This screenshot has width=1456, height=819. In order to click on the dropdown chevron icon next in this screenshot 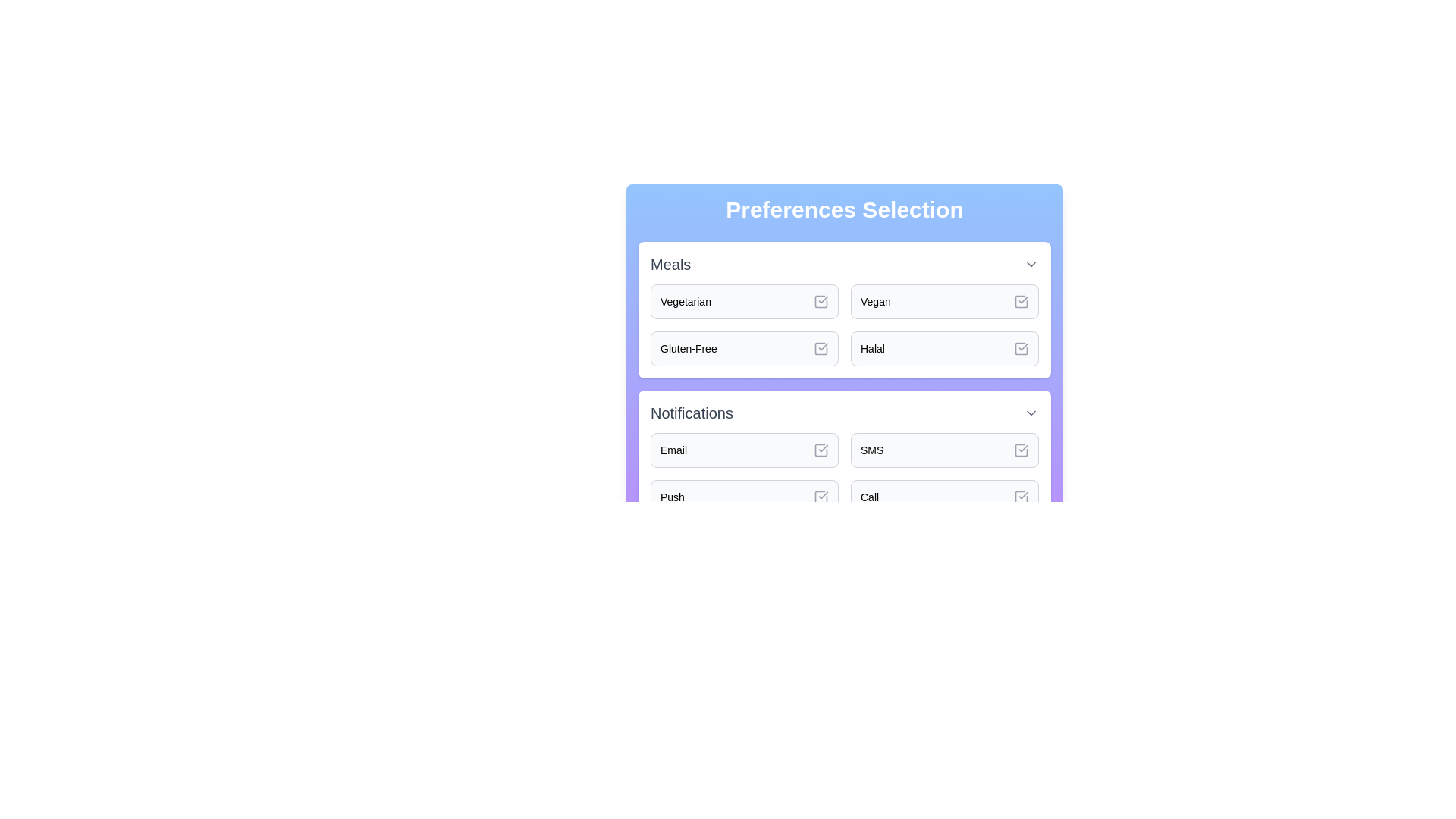, I will do `click(843, 413)`.